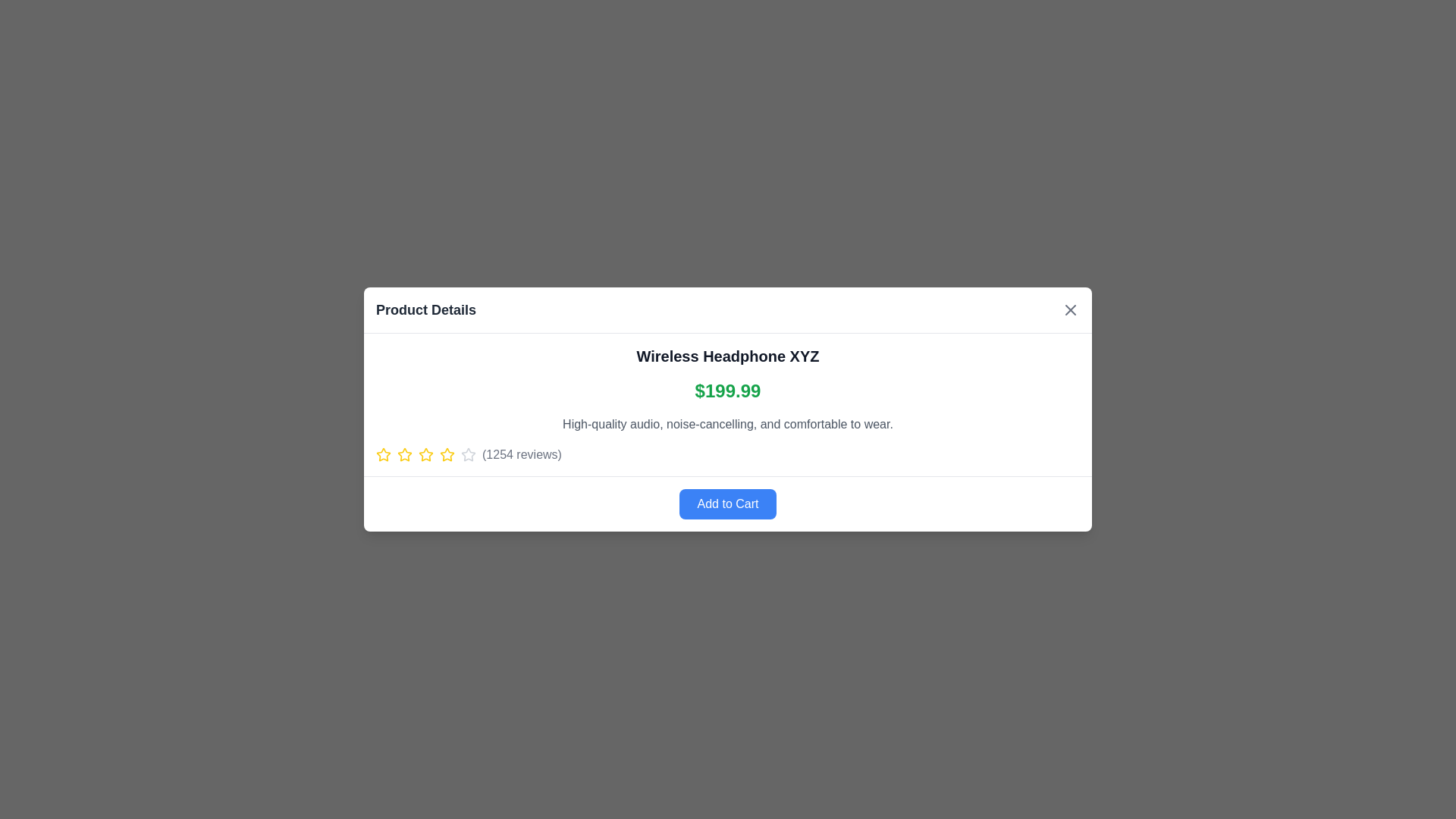 Image resolution: width=1456 pixels, height=819 pixels. What do you see at coordinates (728, 391) in the screenshot?
I see `price text displayed below the product title 'Wireless Headphone XYZ' in the product details dialog` at bounding box center [728, 391].